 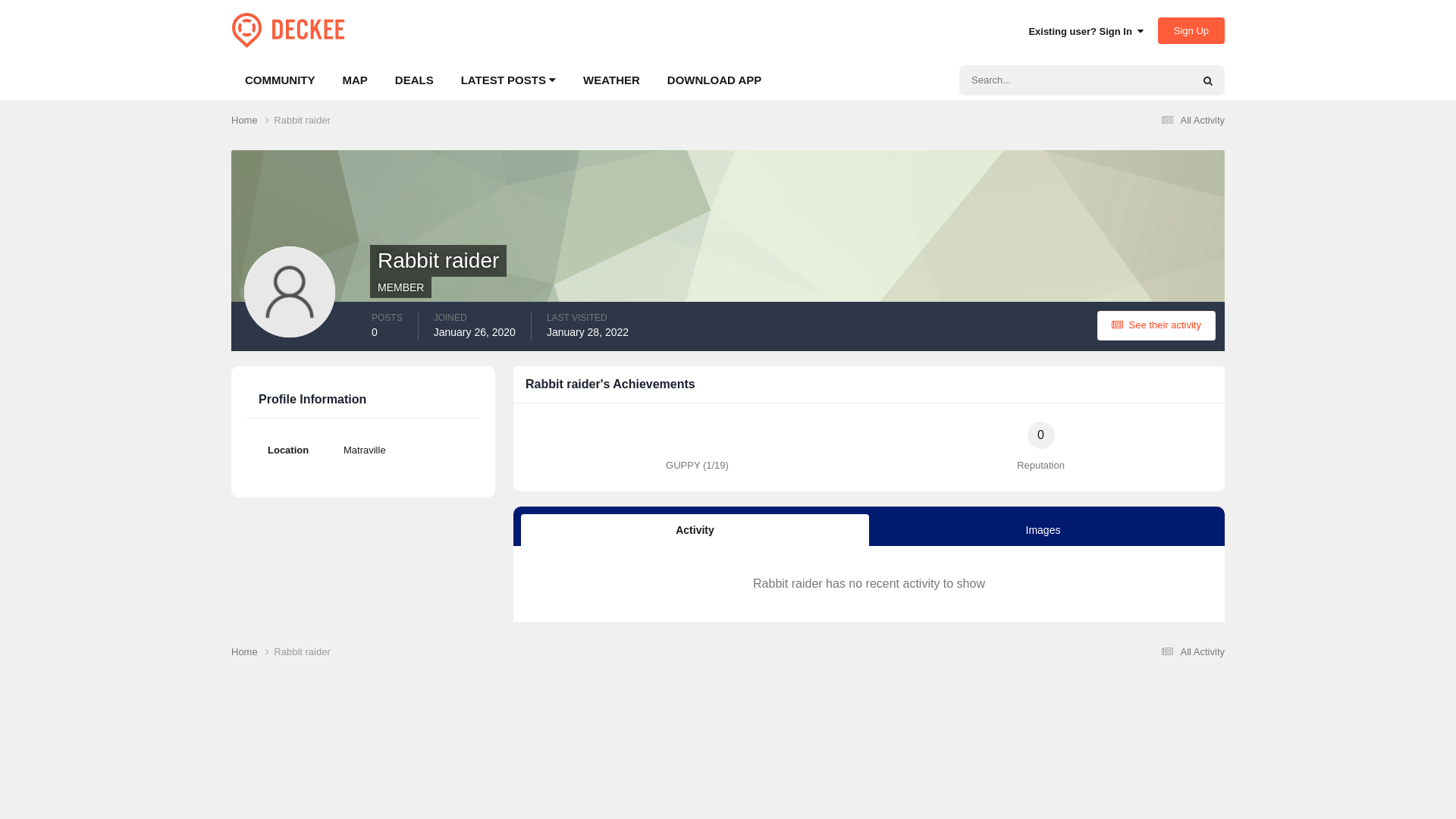 What do you see at coordinates (1042, 529) in the screenshot?
I see `'Images'` at bounding box center [1042, 529].